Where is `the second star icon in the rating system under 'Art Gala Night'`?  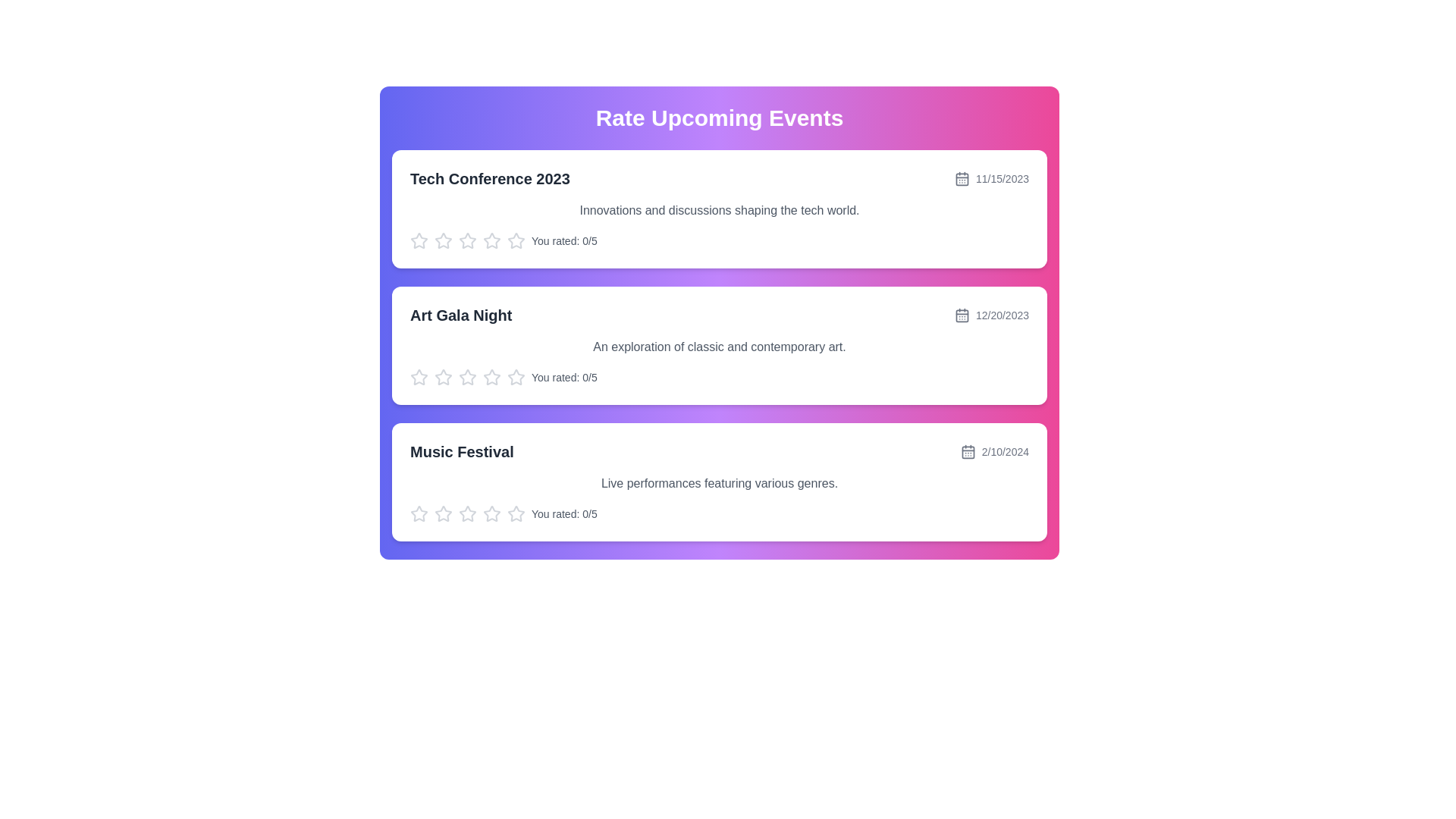
the second star icon in the rating system under 'Art Gala Night' is located at coordinates (491, 376).